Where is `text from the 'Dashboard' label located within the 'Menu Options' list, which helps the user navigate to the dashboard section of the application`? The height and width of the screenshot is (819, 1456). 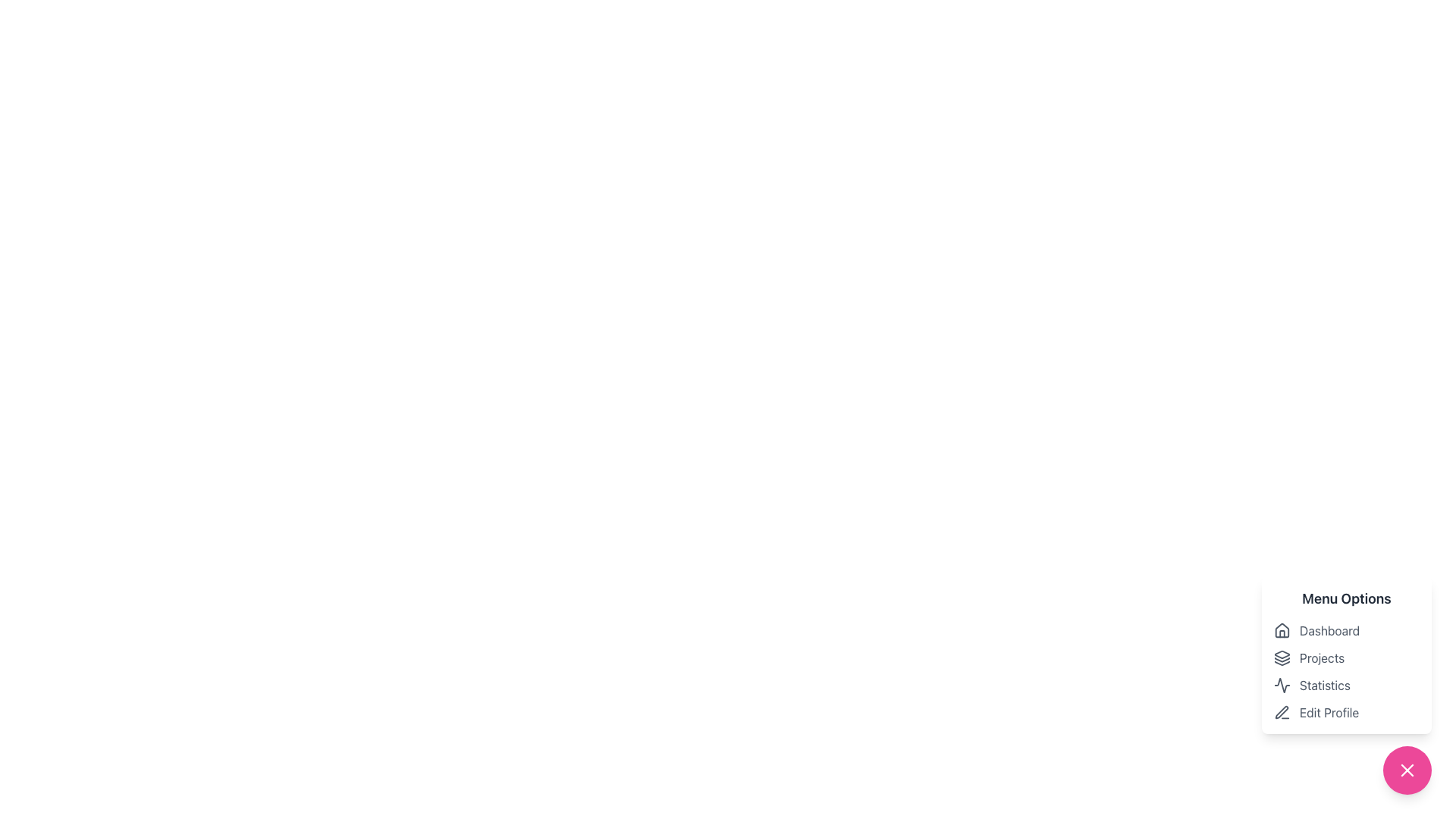
text from the 'Dashboard' label located within the 'Menu Options' list, which helps the user navigate to the dashboard section of the application is located at coordinates (1329, 631).